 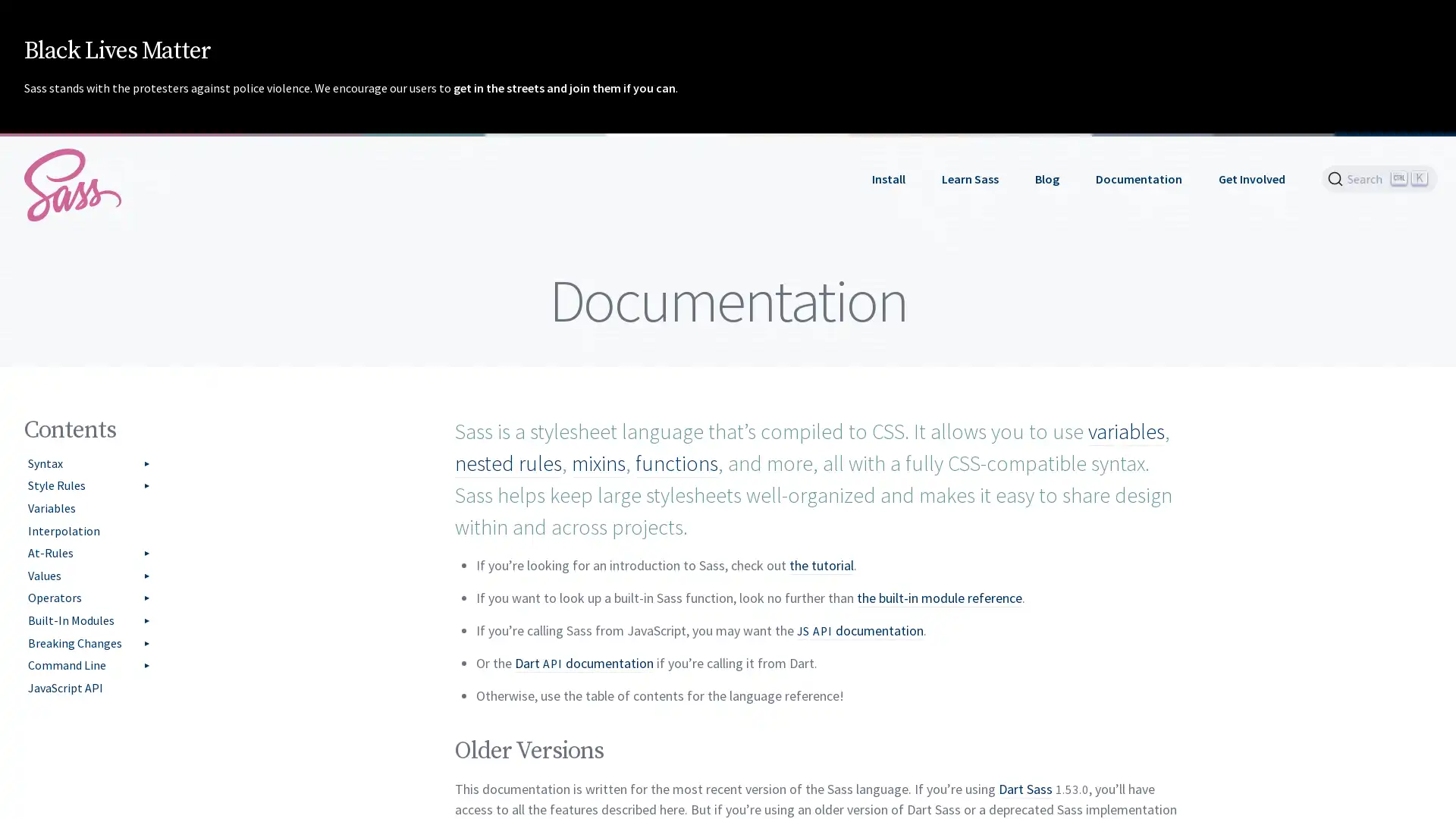 What do you see at coordinates (1379, 177) in the screenshot?
I see `Search` at bounding box center [1379, 177].